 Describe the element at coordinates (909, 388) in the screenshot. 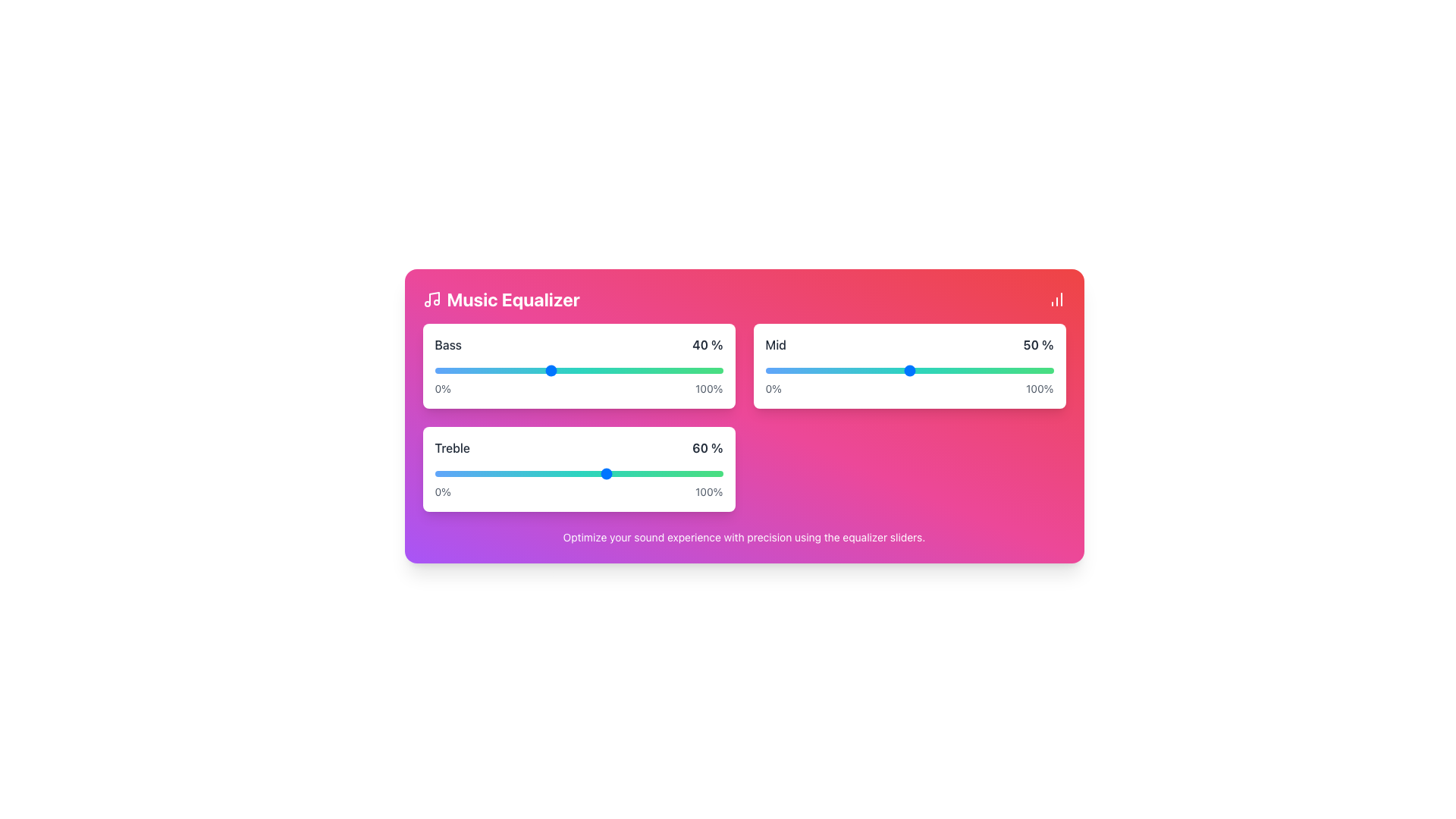

I see `the descriptive text label displaying '0%' on the left and '100%' on the right, located at the bottom of the 'Mid' slider section` at that location.